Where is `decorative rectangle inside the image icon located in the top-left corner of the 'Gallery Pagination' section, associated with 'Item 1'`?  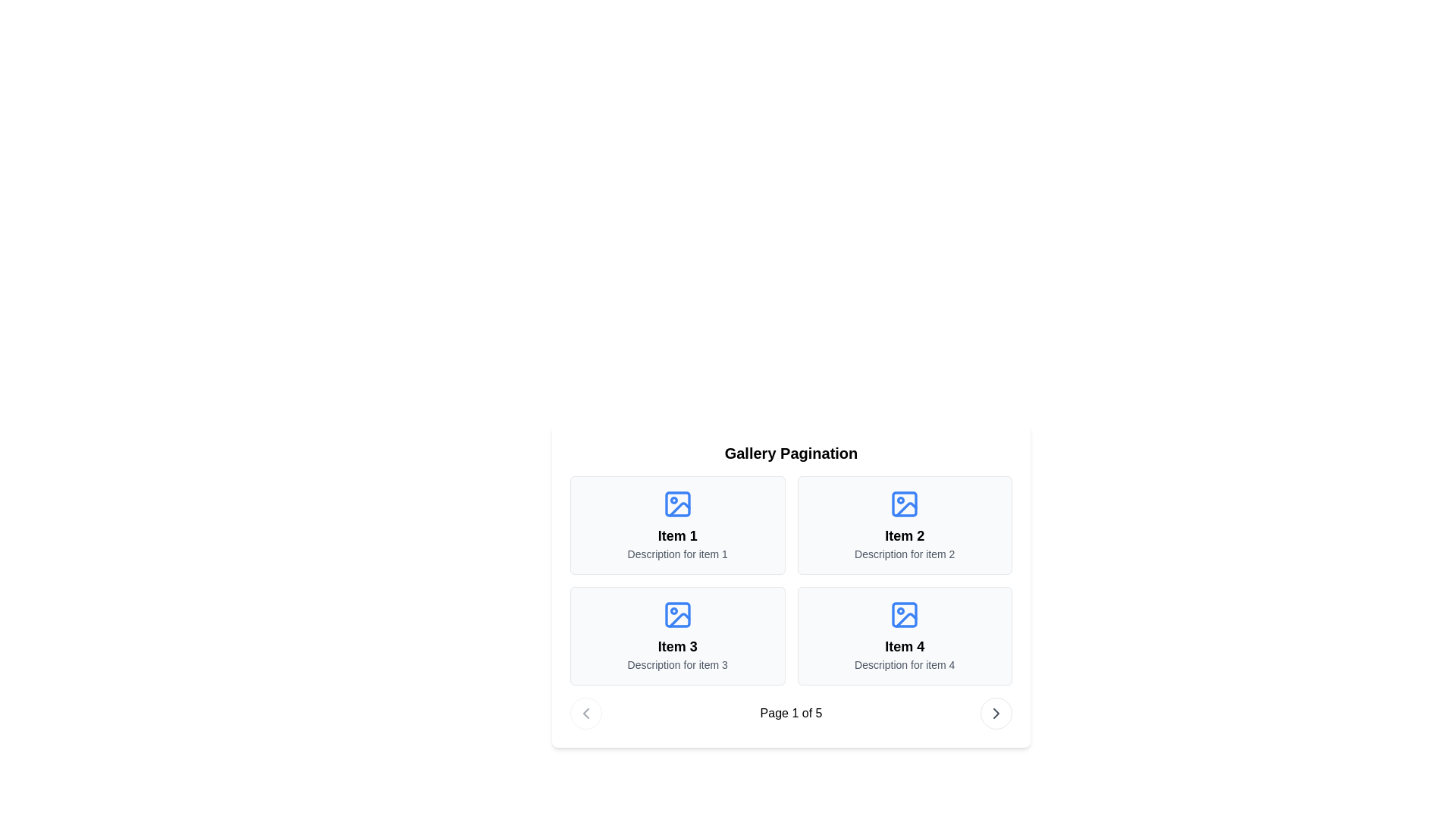
decorative rectangle inside the image icon located in the top-left corner of the 'Gallery Pagination' section, associated with 'Item 1' is located at coordinates (676, 504).